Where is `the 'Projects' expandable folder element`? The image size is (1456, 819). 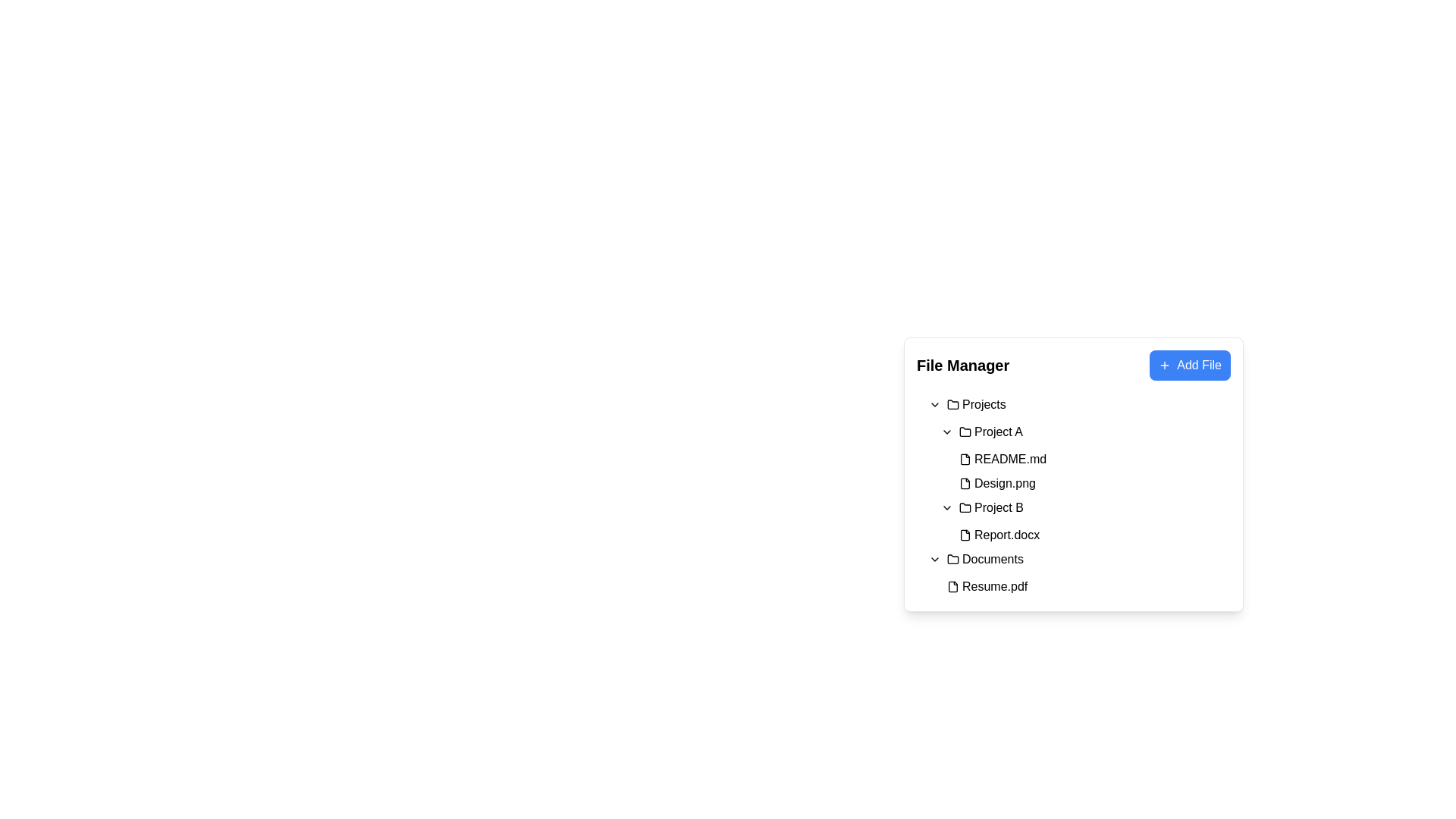
the 'Projects' expandable folder element is located at coordinates (1079, 403).